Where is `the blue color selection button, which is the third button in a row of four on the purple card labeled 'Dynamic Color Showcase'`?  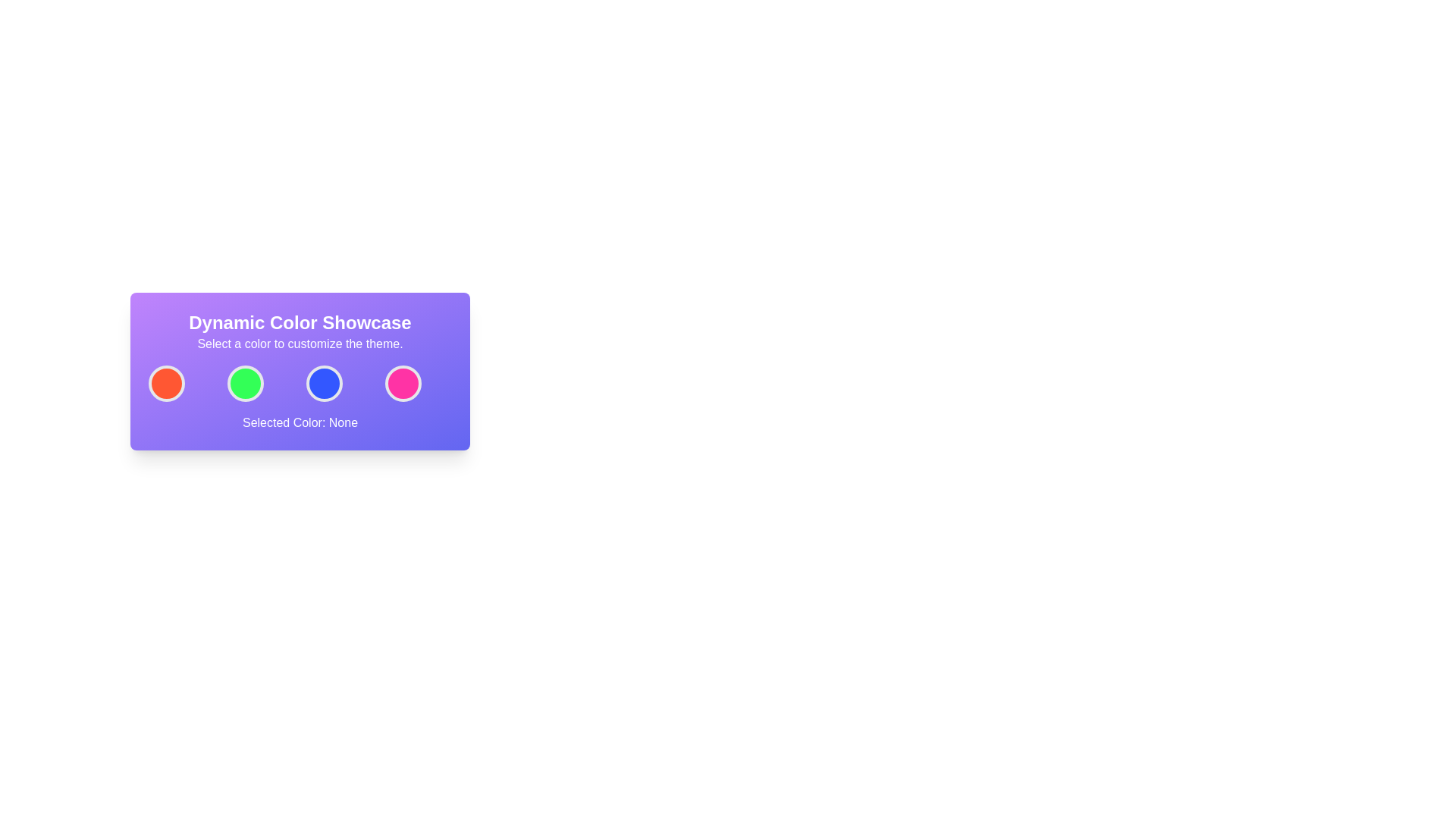
the blue color selection button, which is the third button in a row of four on the purple card labeled 'Dynamic Color Showcase' is located at coordinates (323, 382).